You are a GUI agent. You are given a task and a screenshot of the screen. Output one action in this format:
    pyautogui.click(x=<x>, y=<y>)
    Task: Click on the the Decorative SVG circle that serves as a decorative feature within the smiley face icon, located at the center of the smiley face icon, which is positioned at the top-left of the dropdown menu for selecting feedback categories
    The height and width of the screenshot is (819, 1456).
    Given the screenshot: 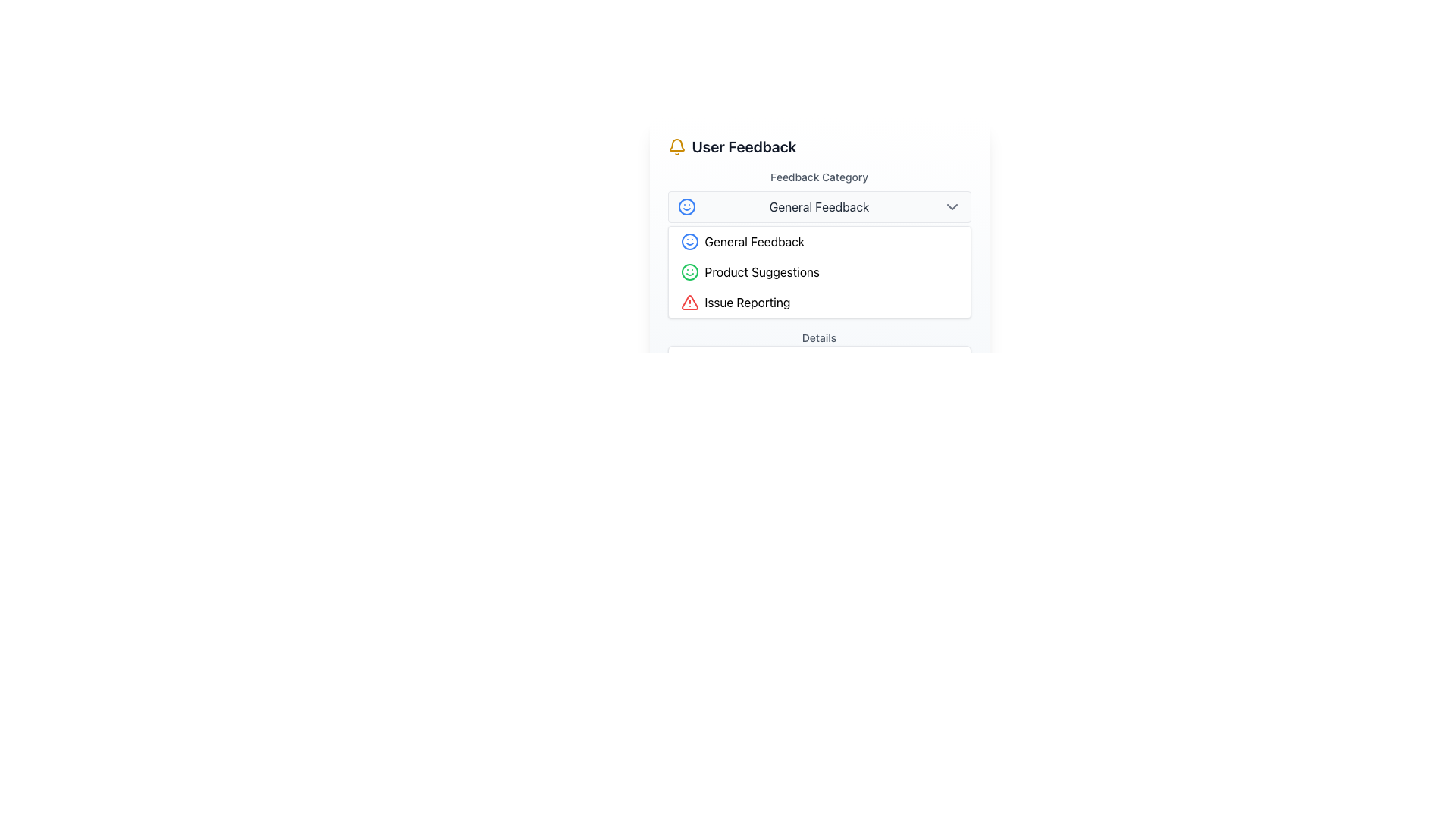 What is the action you would take?
    pyautogui.click(x=689, y=271)
    